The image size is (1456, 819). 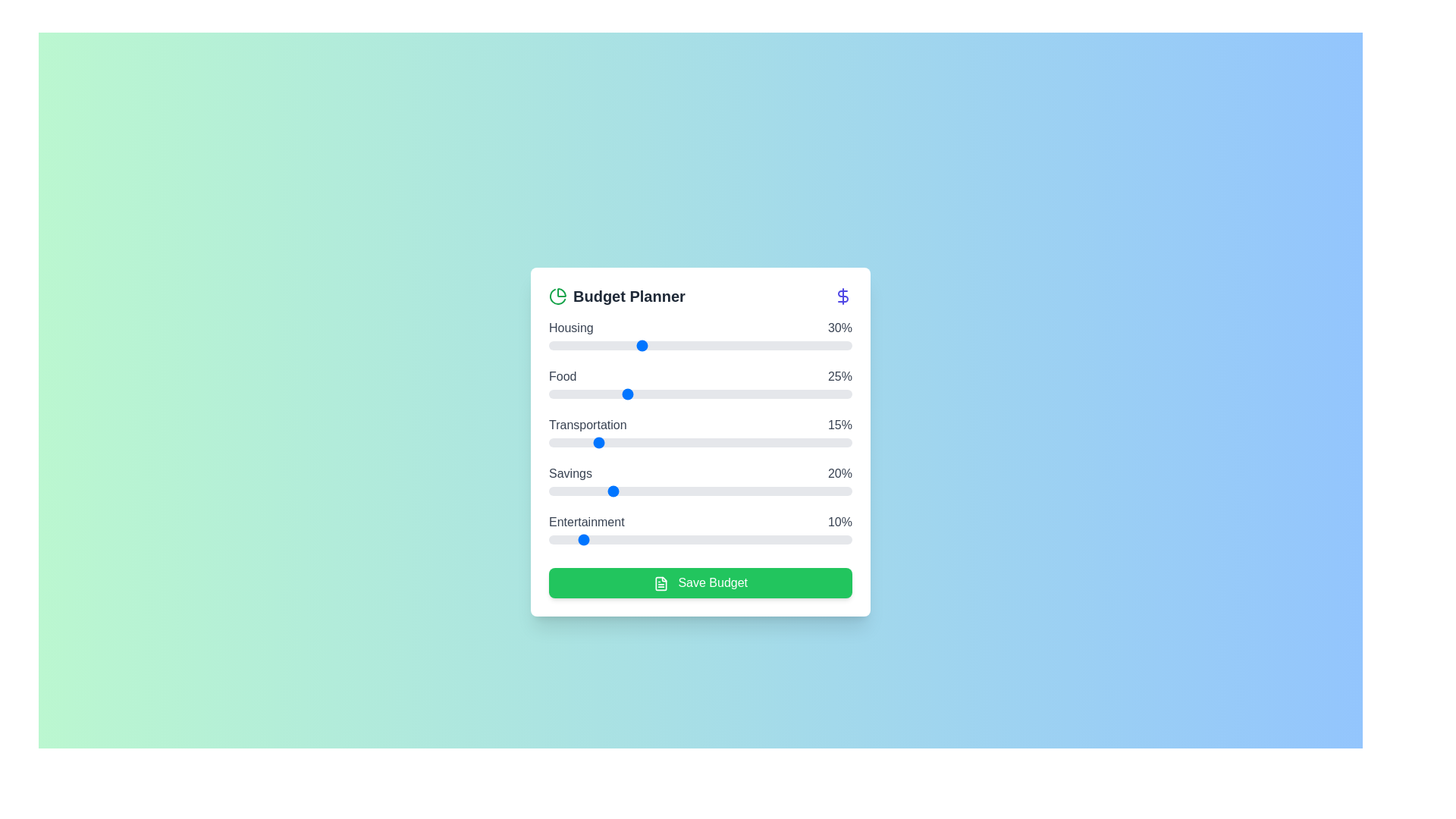 What do you see at coordinates (607, 442) in the screenshot?
I see `the 'Transportation' slider to 19%` at bounding box center [607, 442].